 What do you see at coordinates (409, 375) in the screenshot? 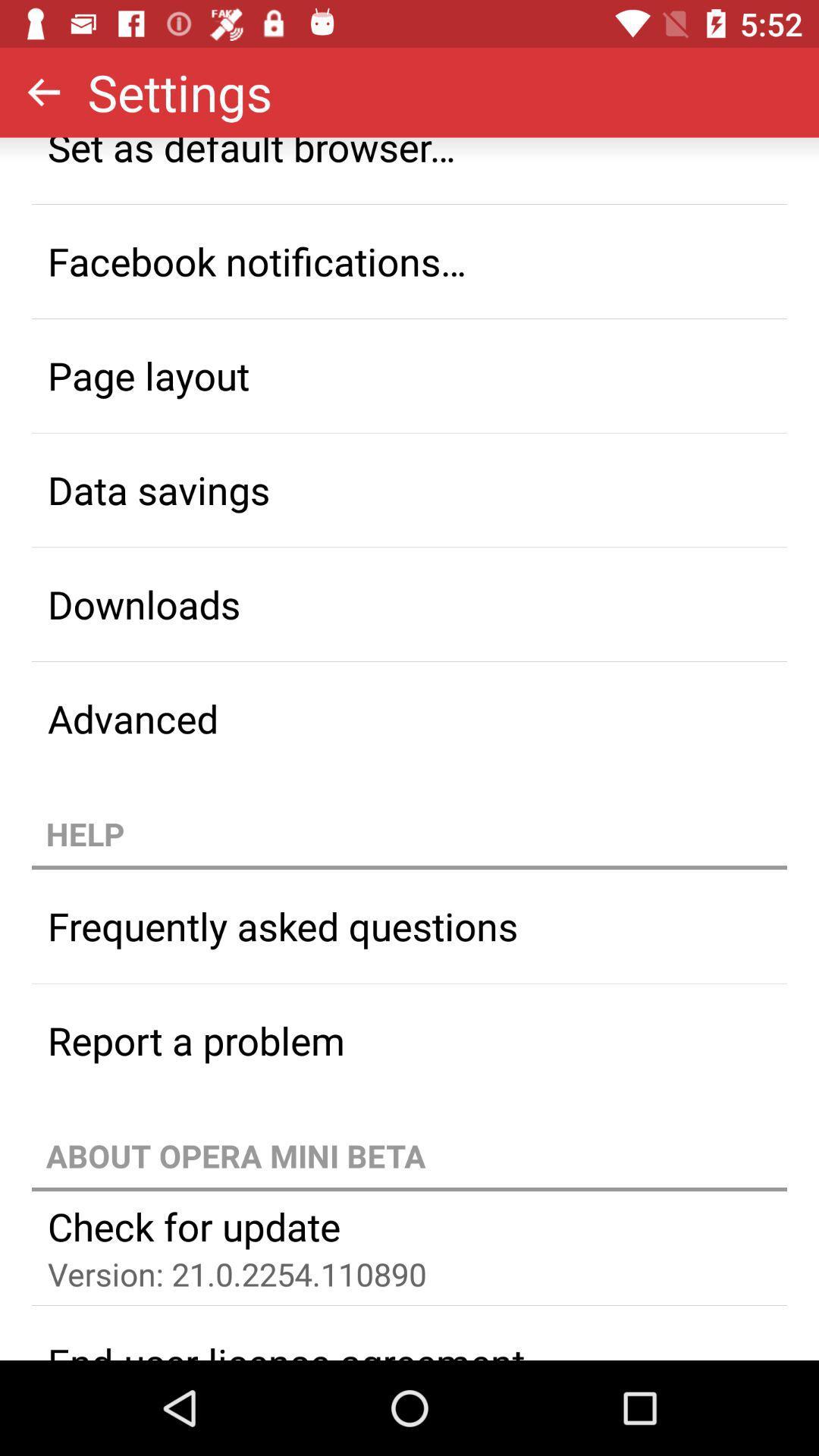
I see `the button above data savings` at bounding box center [409, 375].